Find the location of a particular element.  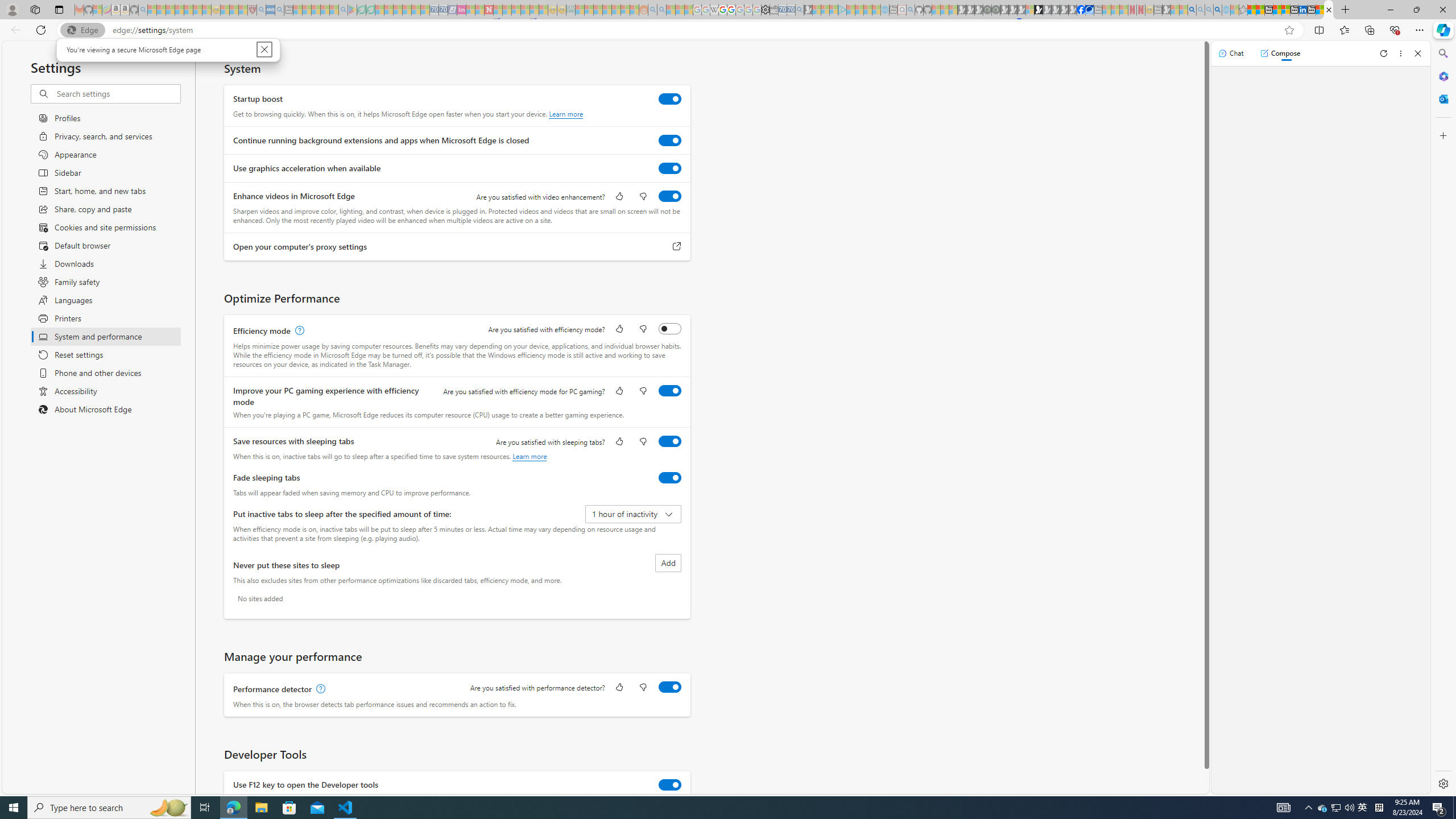

'github - Search - Sleeping' is located at coordinates (911, 9).